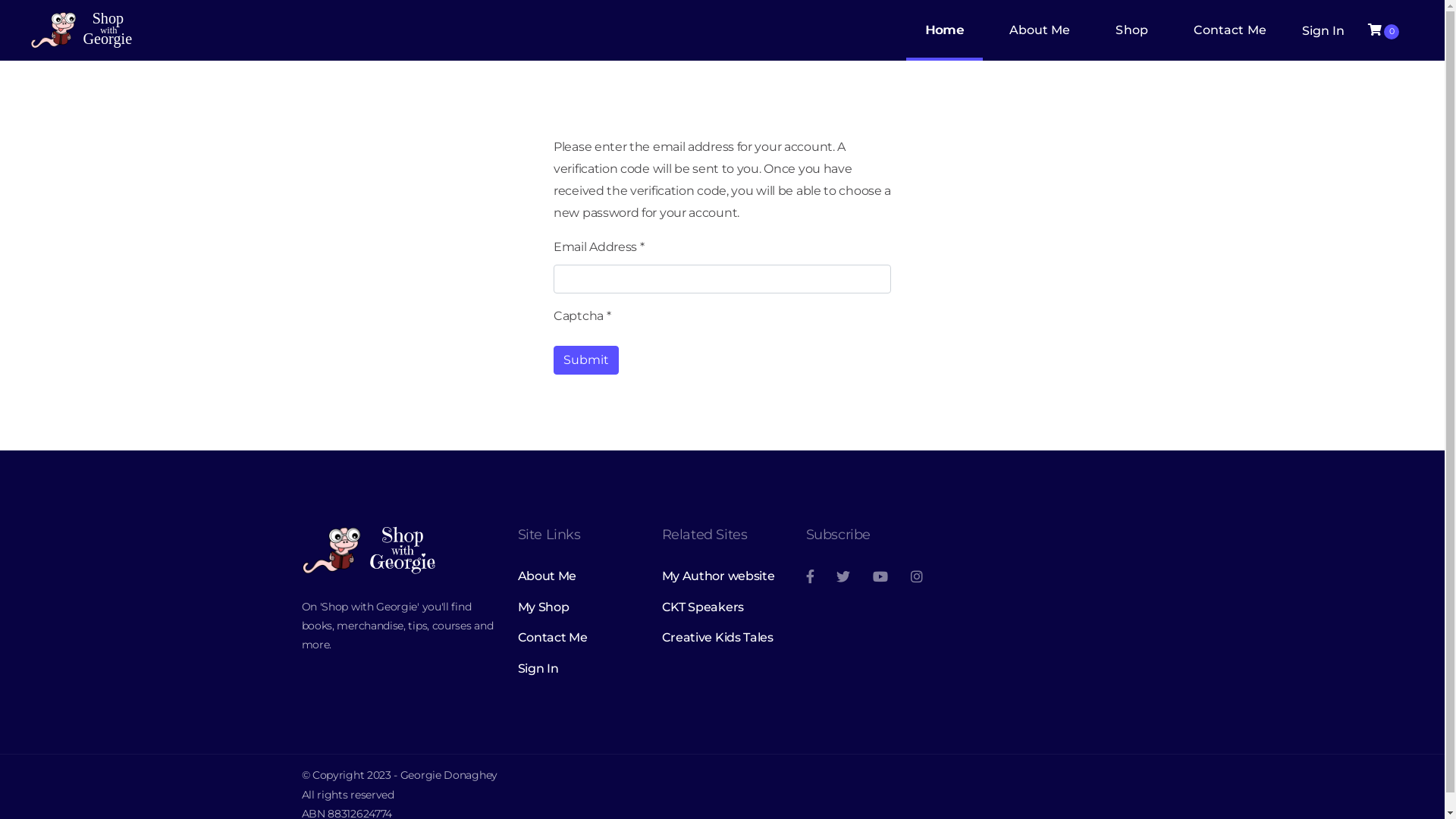 This screenshot has width=1456, height=819. What do you see at coordinates (1039, 30) in the screenshot?
I see `'About Me'` at bounding box center [1039, 30].